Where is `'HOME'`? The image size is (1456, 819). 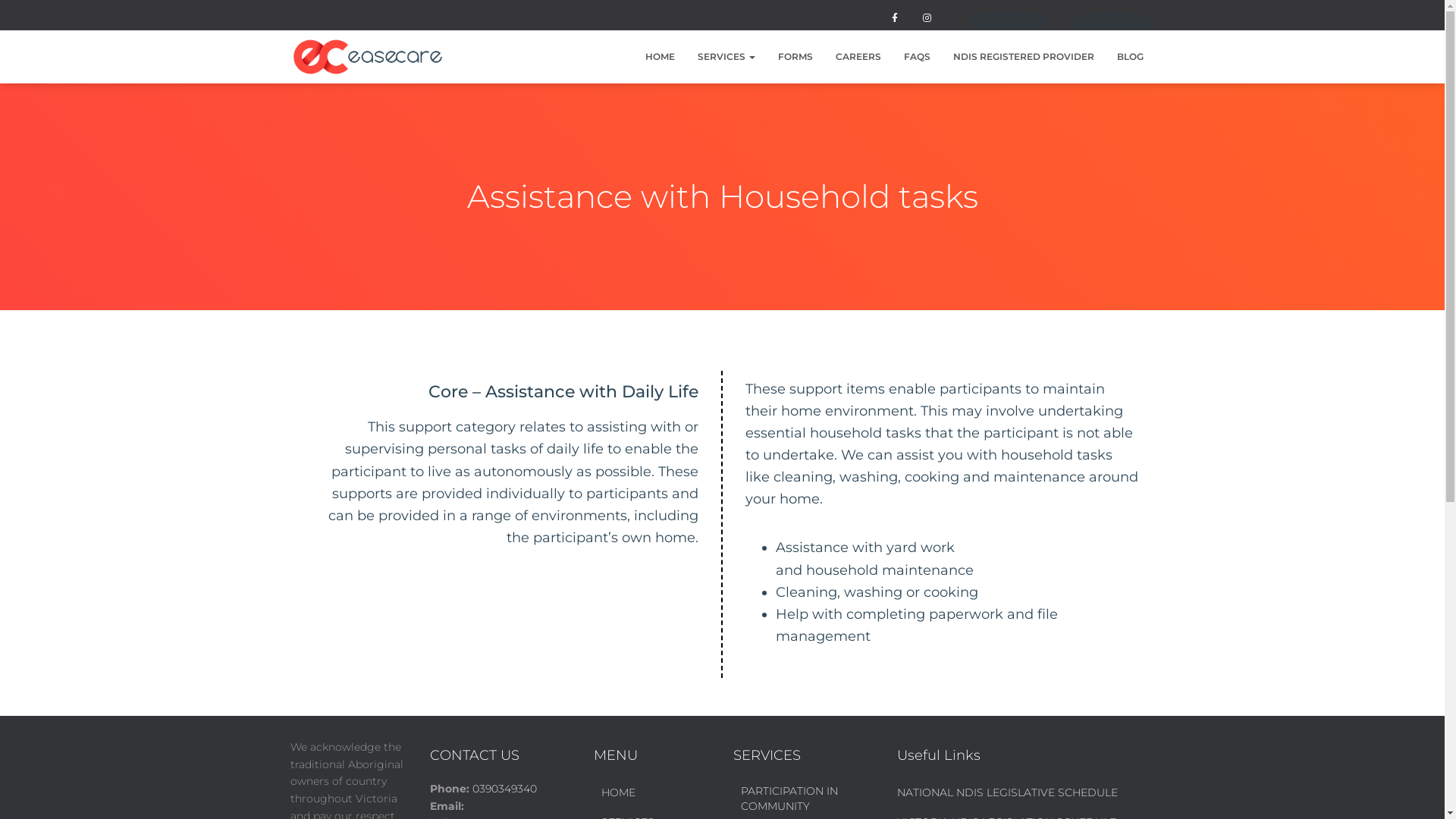
'HOME' is located at coordinates (660, 55).